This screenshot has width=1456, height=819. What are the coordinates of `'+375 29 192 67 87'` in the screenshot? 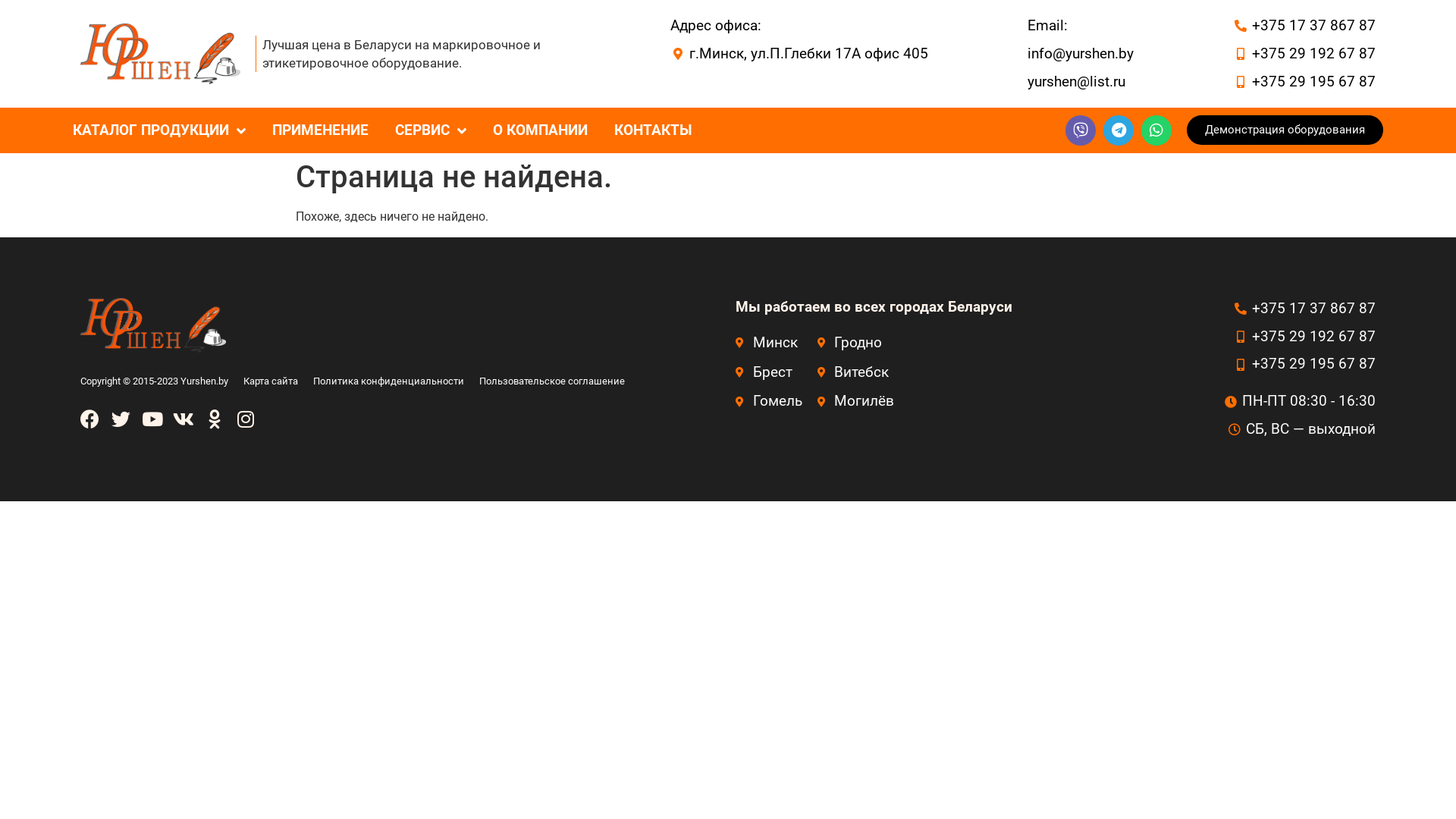 It's located at (1303, 53).